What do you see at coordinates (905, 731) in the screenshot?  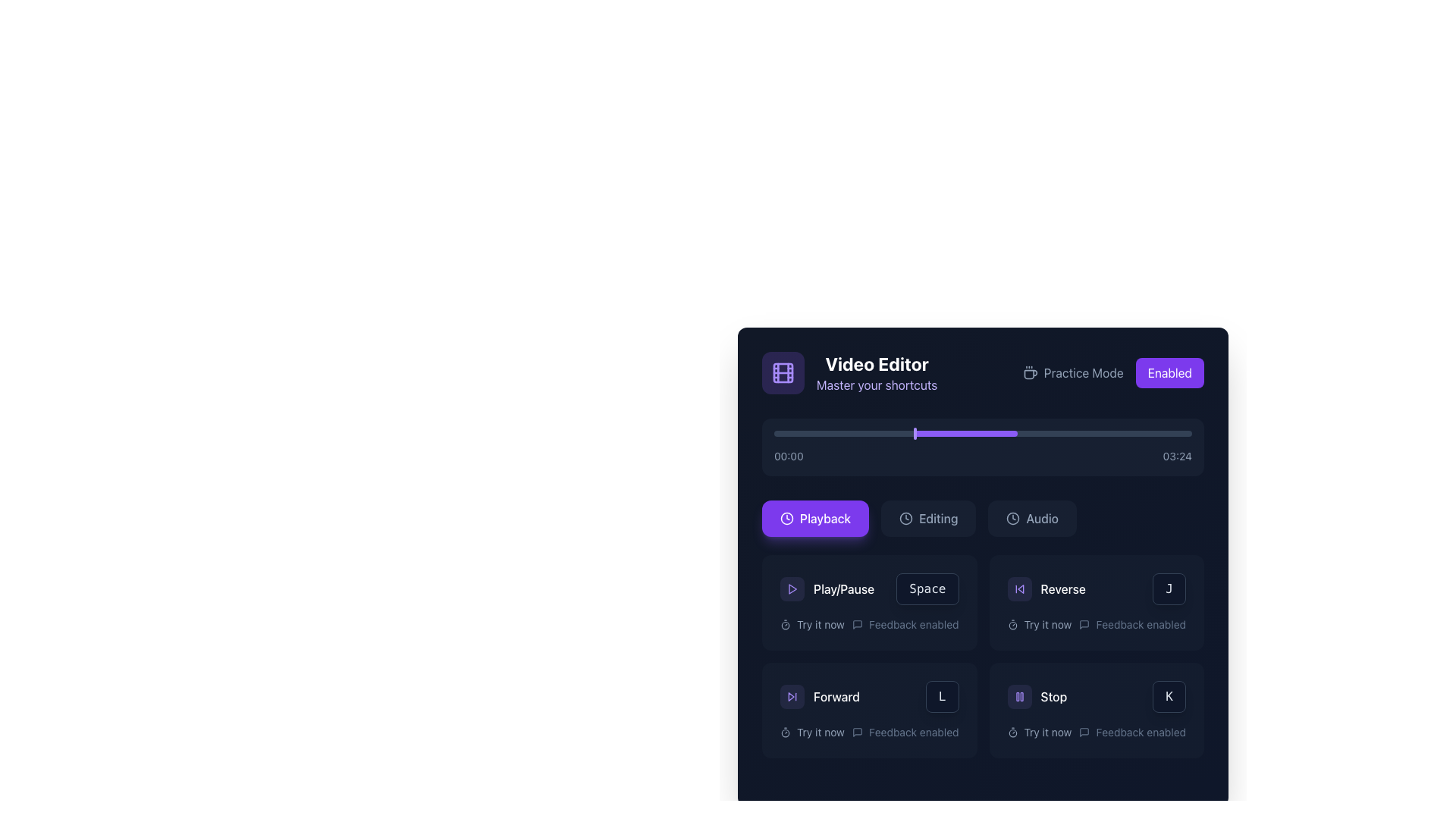 I see `the informational text label with accompanying icon located below the 'Forward' button in the 'Video Editor' UI, to the right of the 'Try it now' text` at bounding box center [905, 731].